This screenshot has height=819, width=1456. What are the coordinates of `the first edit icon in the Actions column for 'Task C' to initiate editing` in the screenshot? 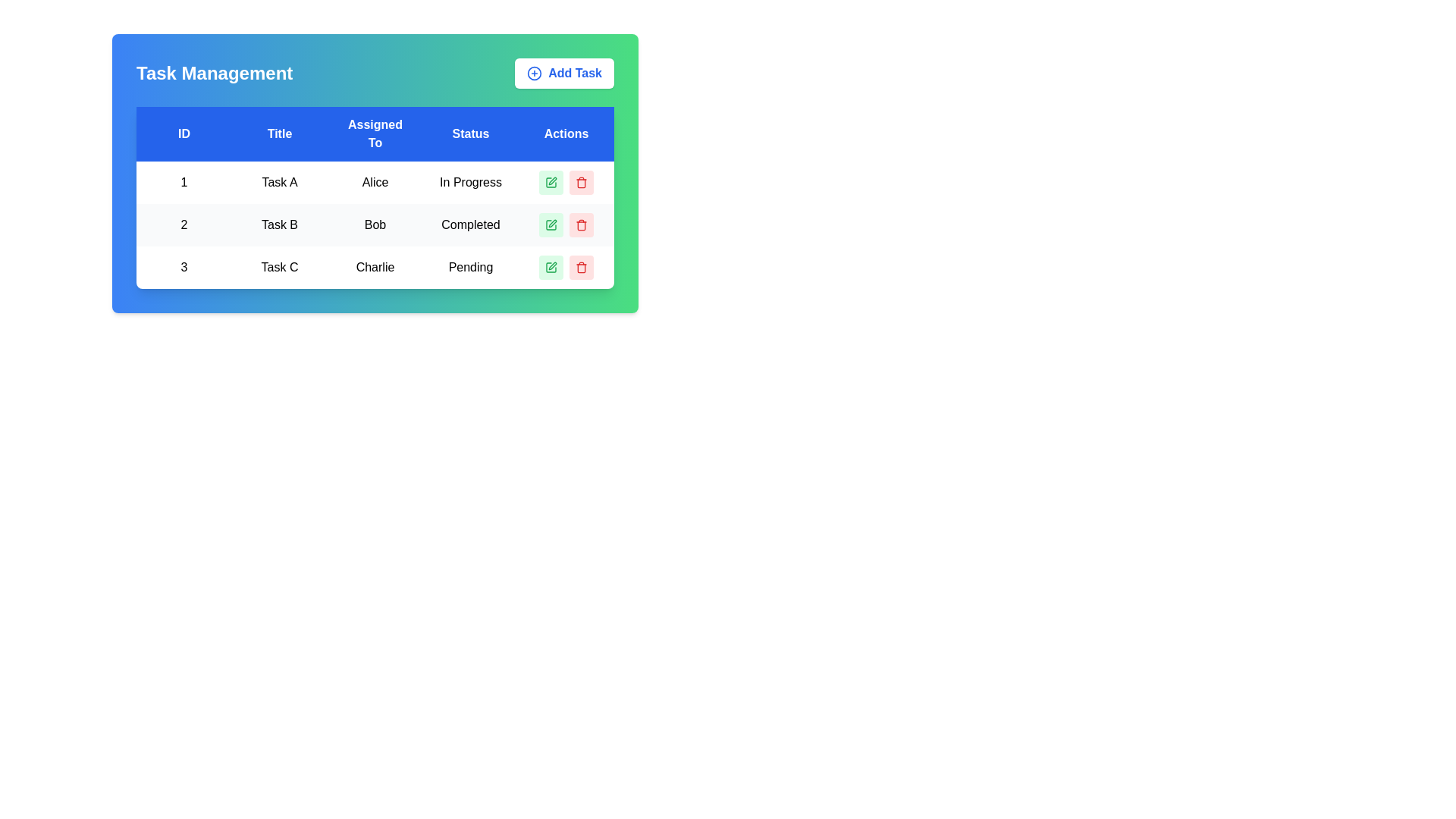 It's located at (550, 267).